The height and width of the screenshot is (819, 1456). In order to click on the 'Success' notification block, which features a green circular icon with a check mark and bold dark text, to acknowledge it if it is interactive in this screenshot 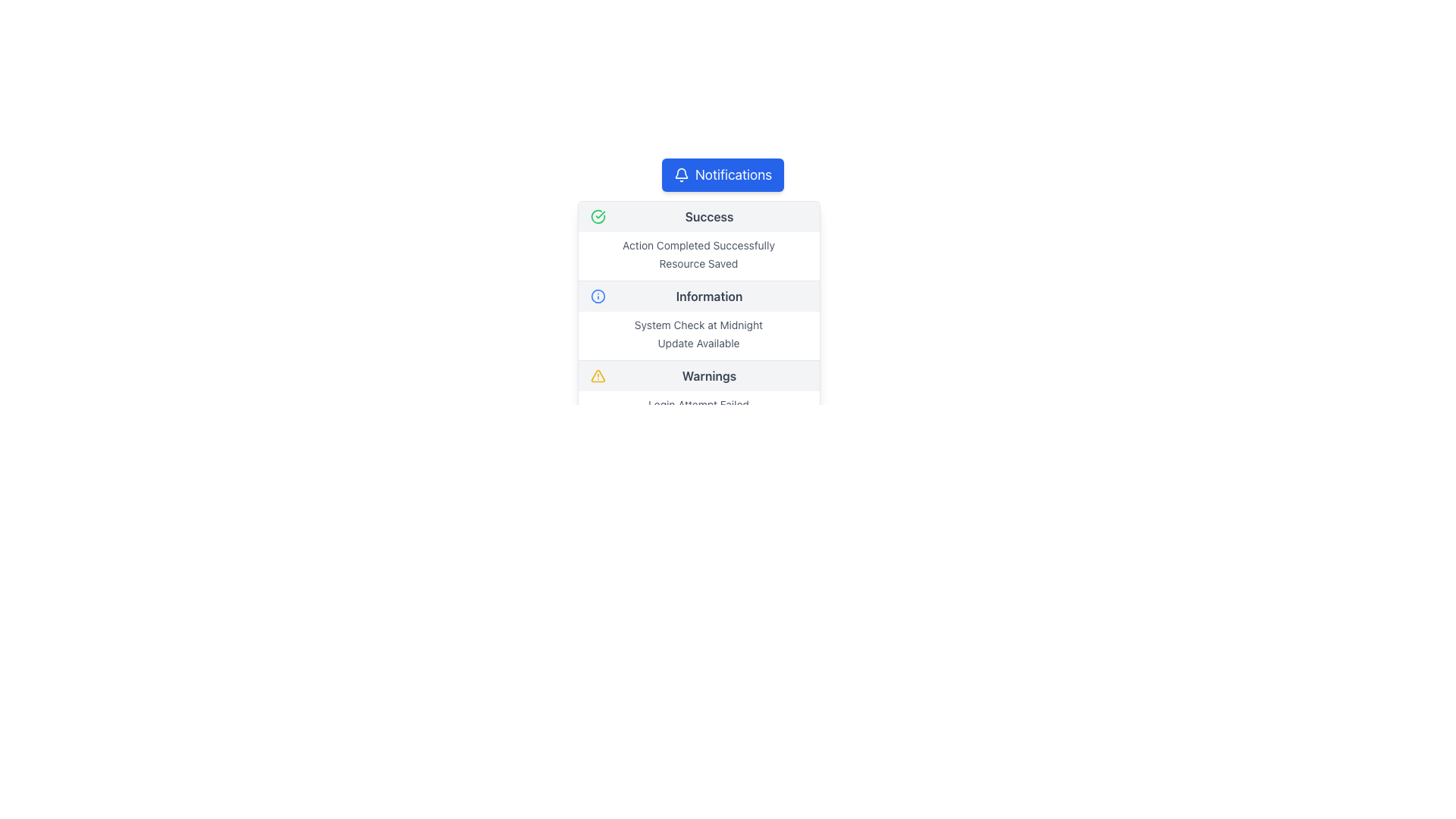, I will do `click(698, 216)`.